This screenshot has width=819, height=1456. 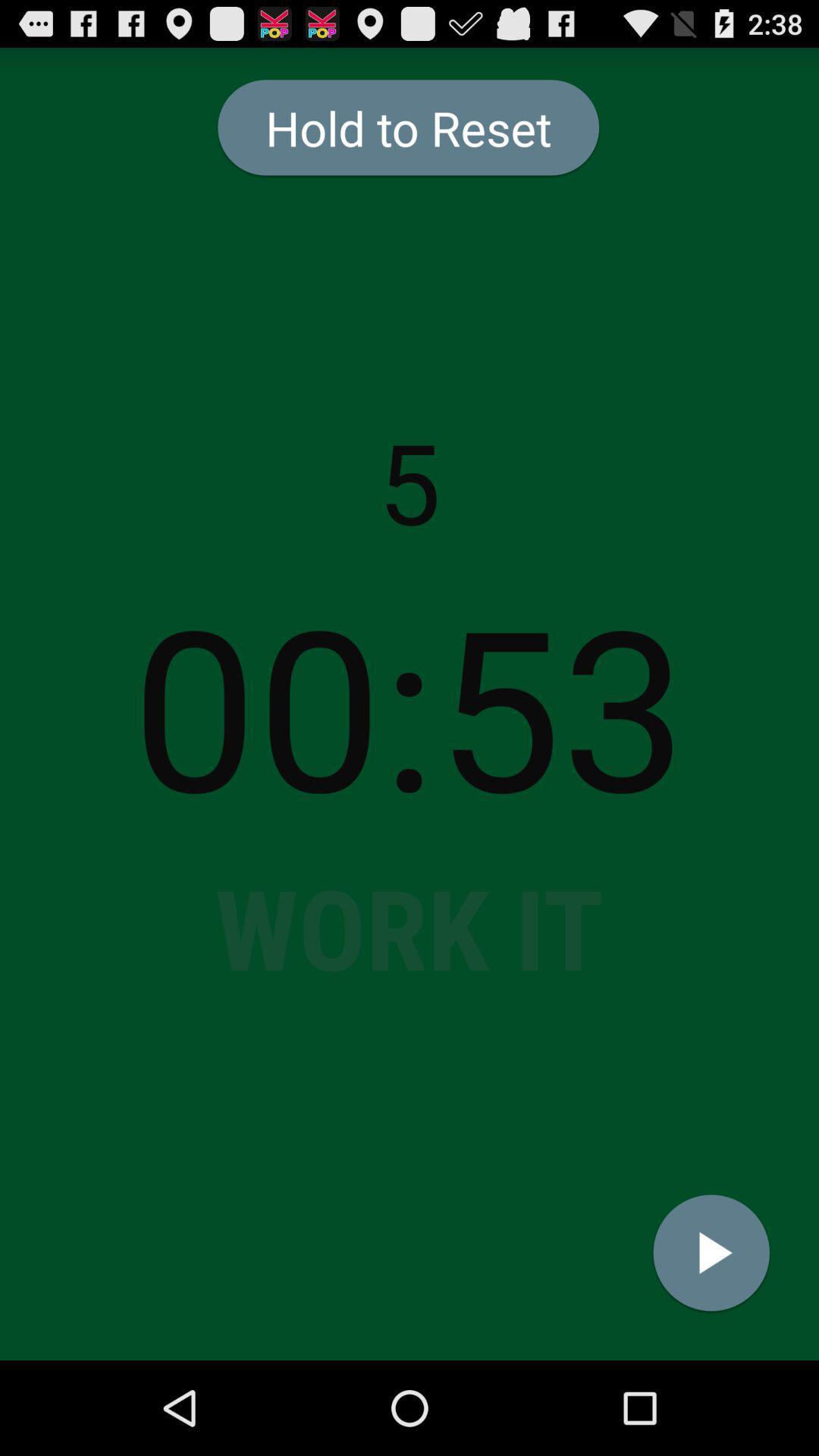 What do you see at coordinates (711, 1253) in the screenshot?
I see `icon below the 00:53 item` at bounding box center [711, 1253].